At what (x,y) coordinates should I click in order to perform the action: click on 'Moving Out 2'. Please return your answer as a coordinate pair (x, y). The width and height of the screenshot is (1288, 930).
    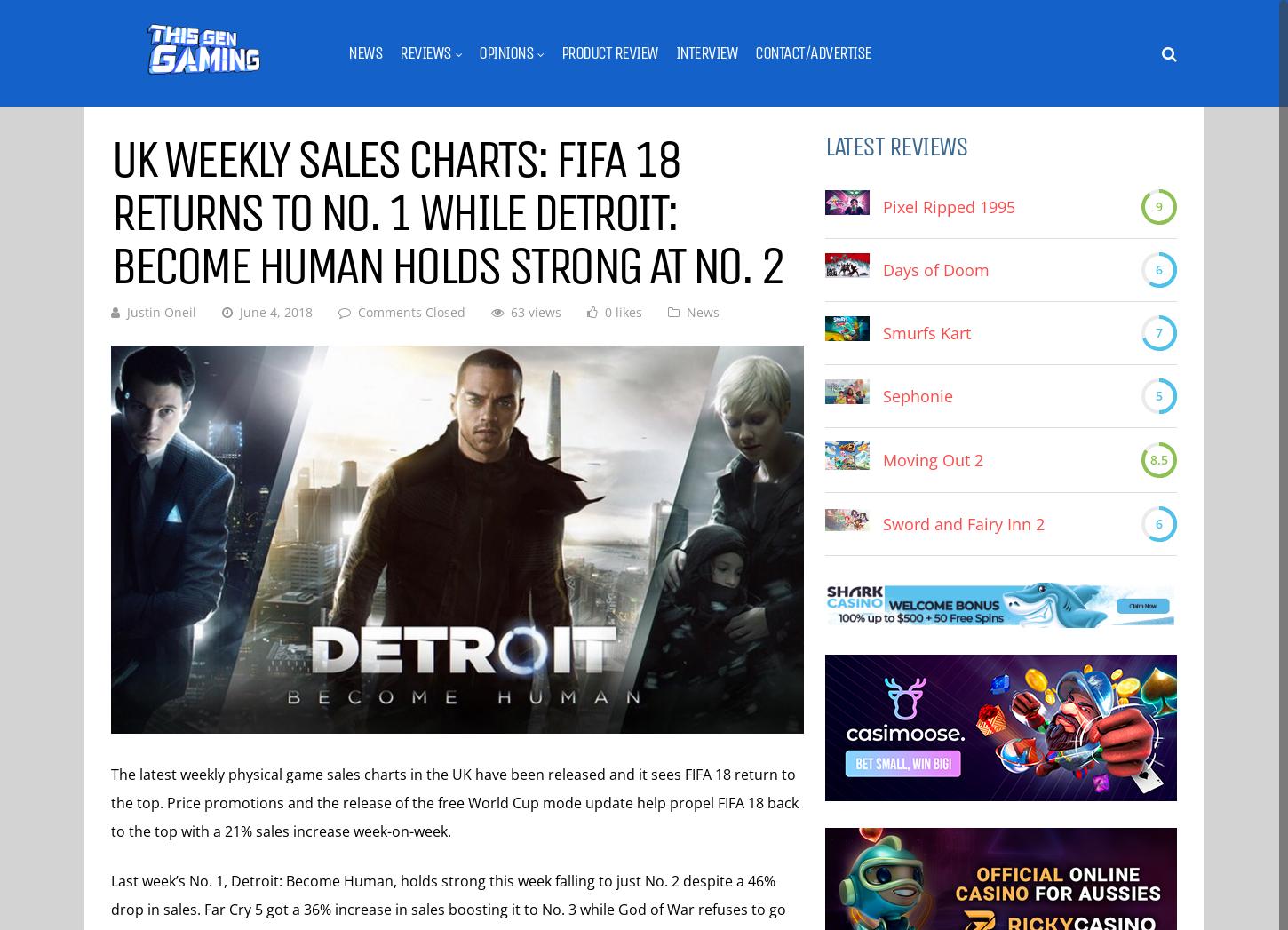
    Looking at the image, I should click on (933, 458).